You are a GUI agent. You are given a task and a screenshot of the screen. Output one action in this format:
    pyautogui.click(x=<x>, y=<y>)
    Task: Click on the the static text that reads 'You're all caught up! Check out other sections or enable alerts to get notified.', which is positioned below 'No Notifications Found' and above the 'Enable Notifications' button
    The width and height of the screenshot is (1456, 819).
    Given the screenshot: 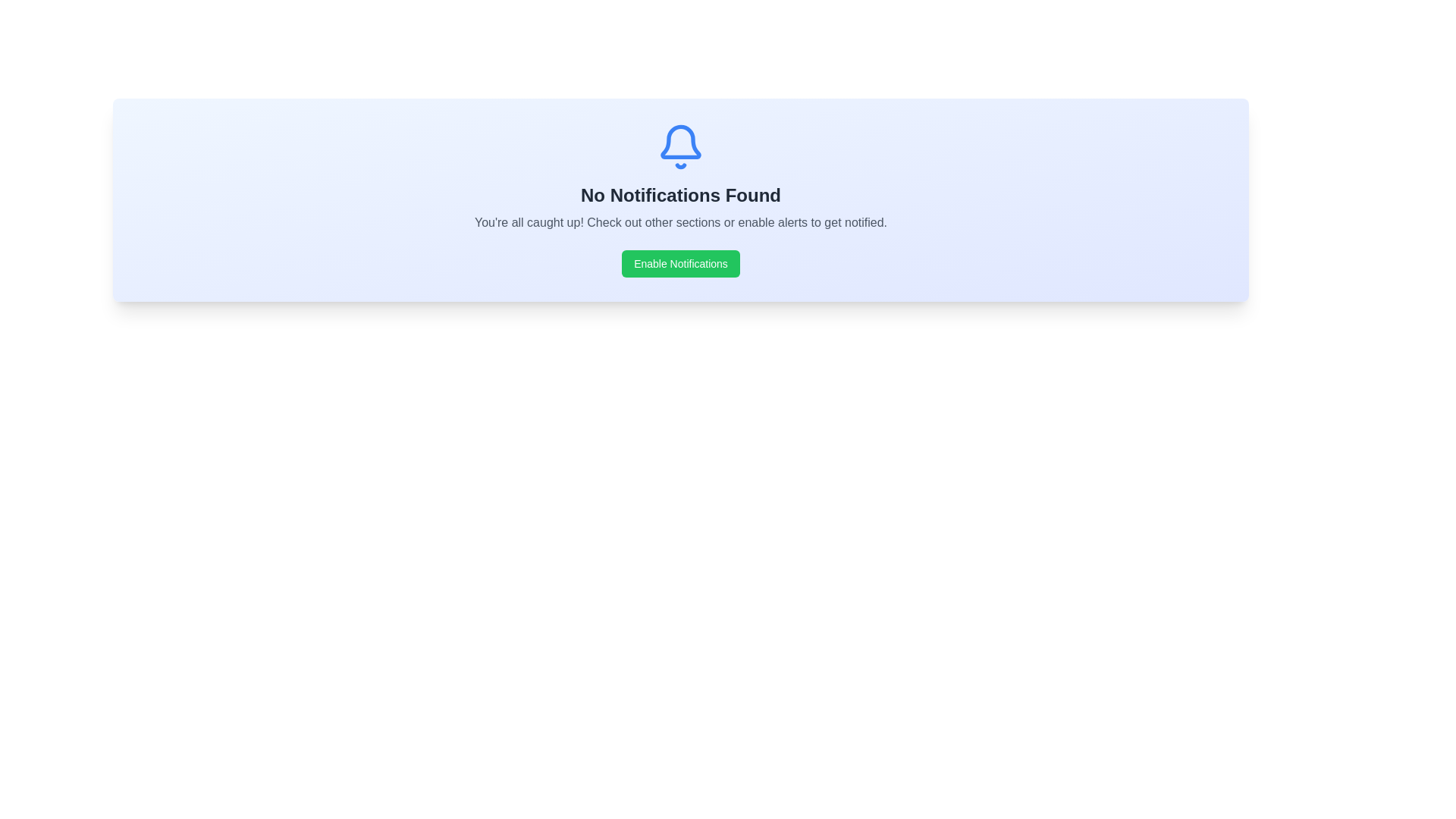 What is the action you would take?
    pyautogui.click(x=679, y=222)
    